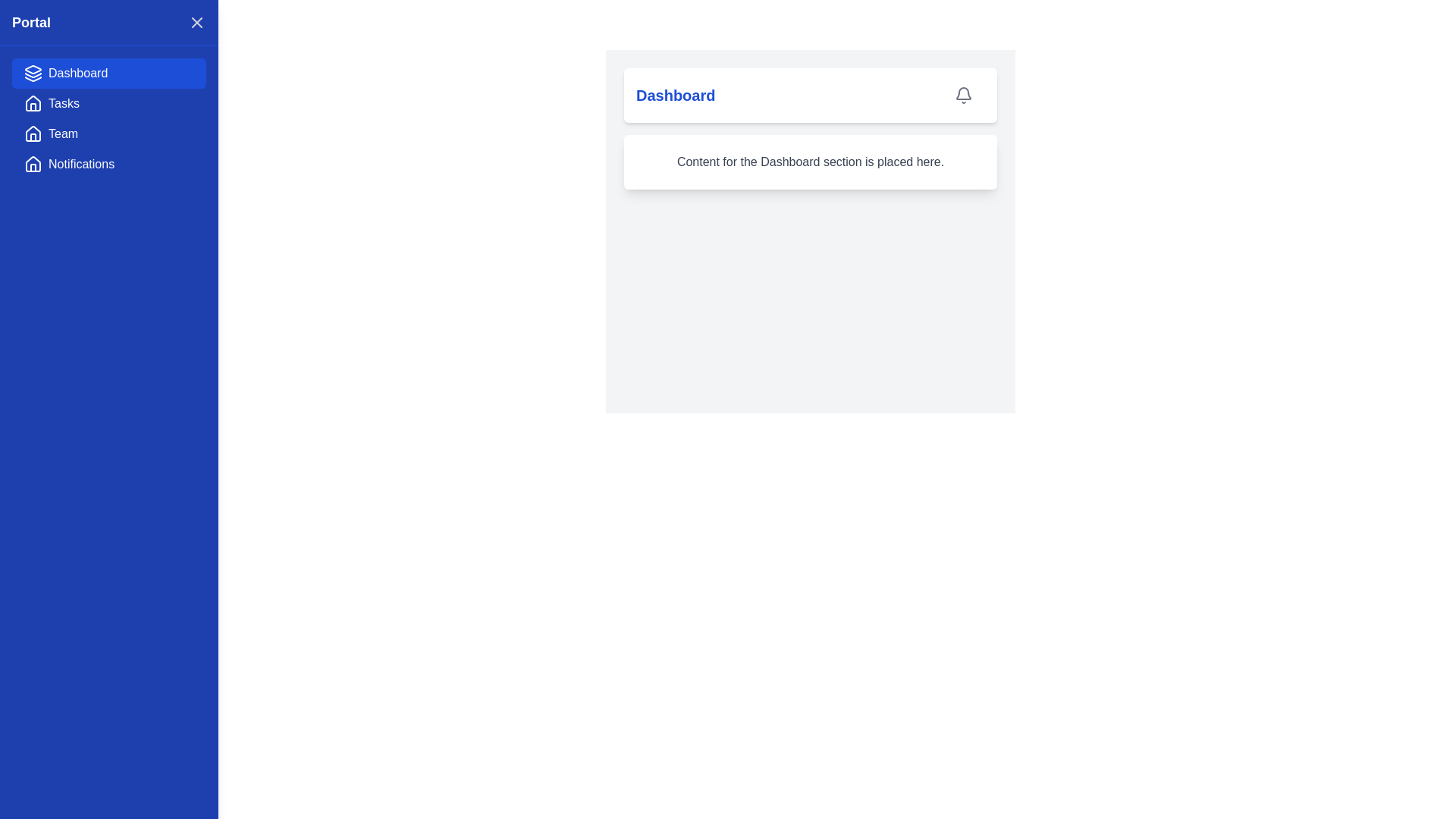 The width and height of the screenshot is (1456, 819). What do you see at coordinates (963, 96) in the screenshot?
I see `the gray bell icon located at the top-right corner of the Dashboard heading bar` at bounding box center [963, 96].